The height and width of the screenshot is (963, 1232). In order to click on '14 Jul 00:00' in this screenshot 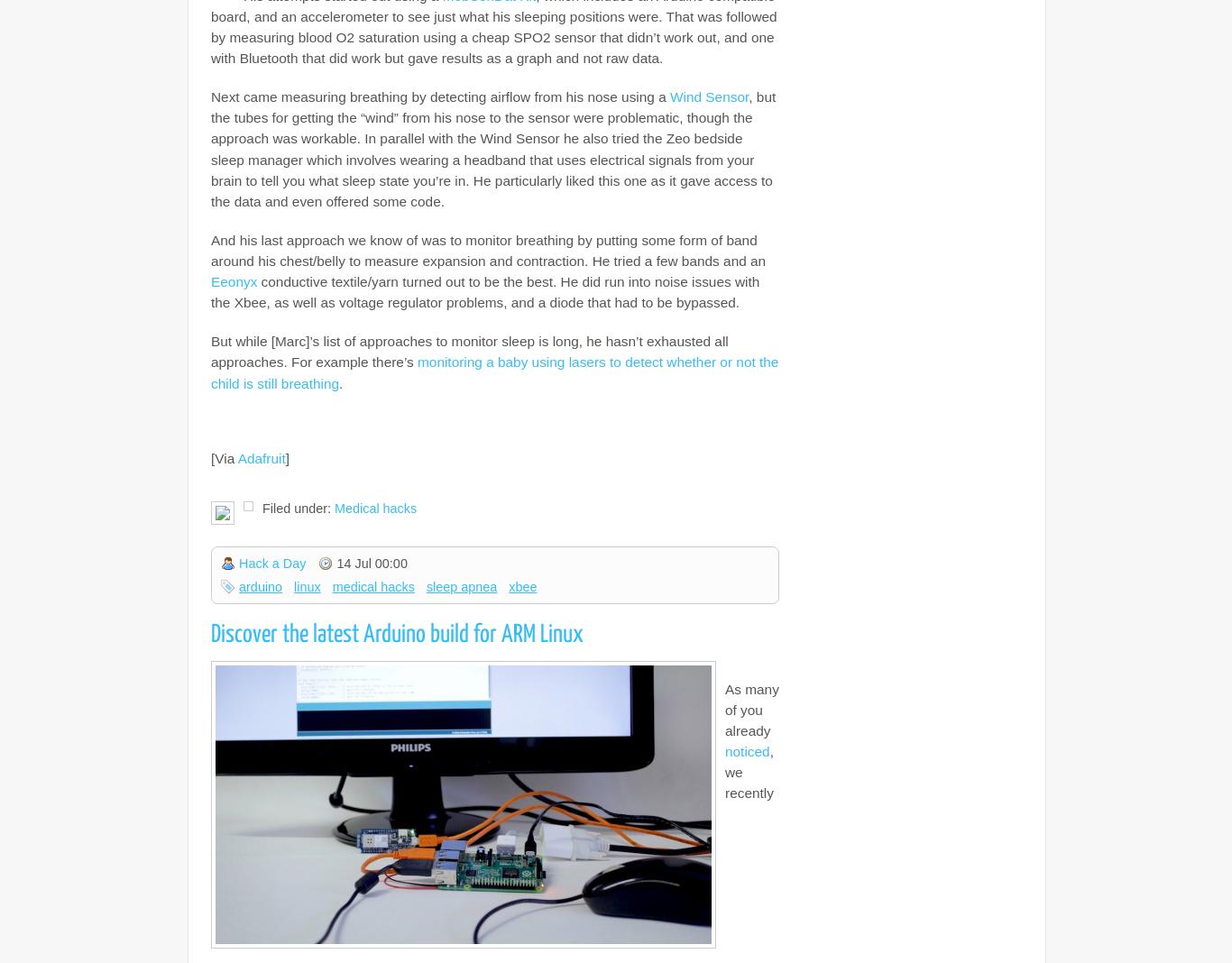, I will do `click(370, 562)`.